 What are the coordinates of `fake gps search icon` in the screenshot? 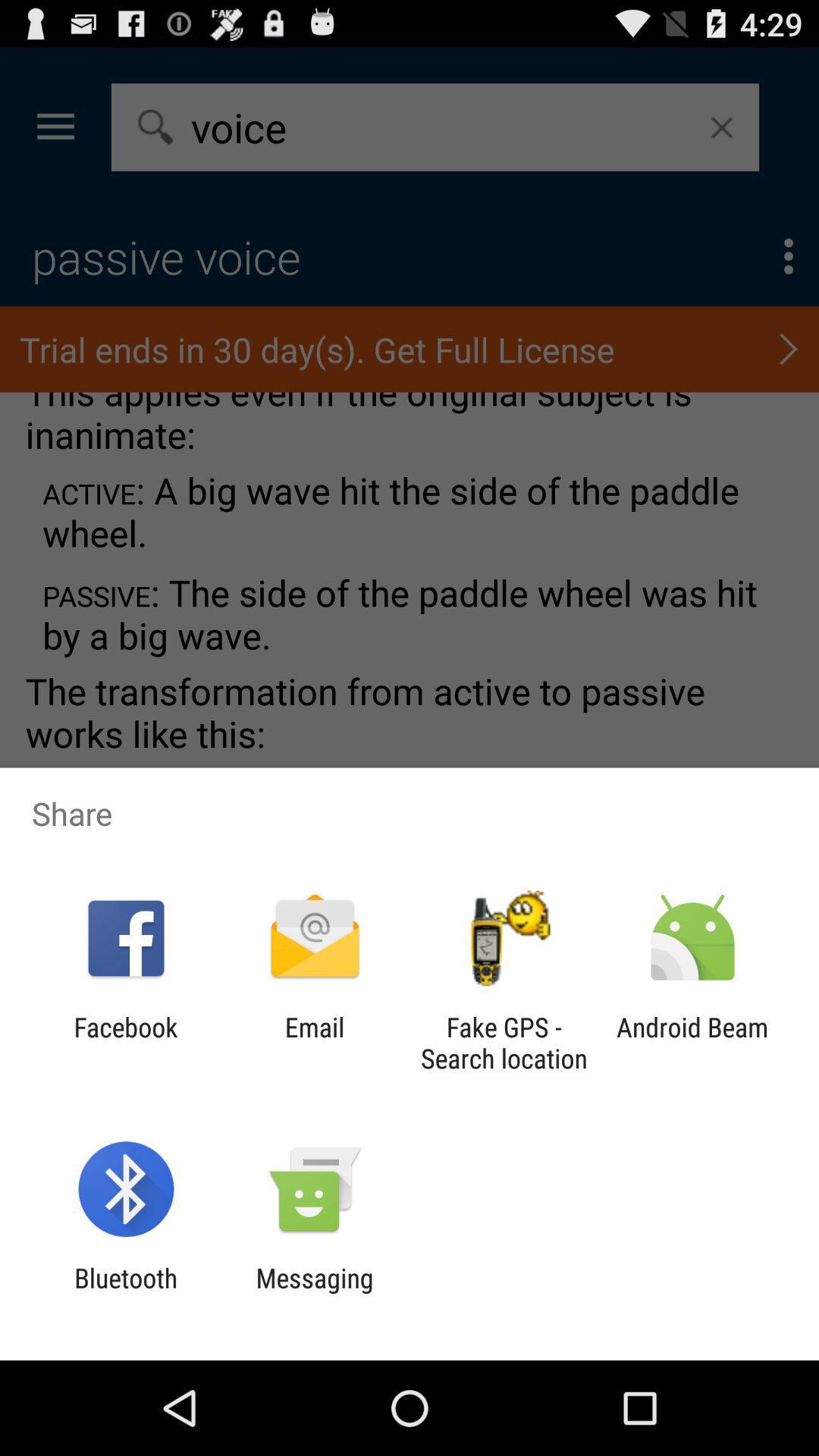 It's located at (504, 1042).